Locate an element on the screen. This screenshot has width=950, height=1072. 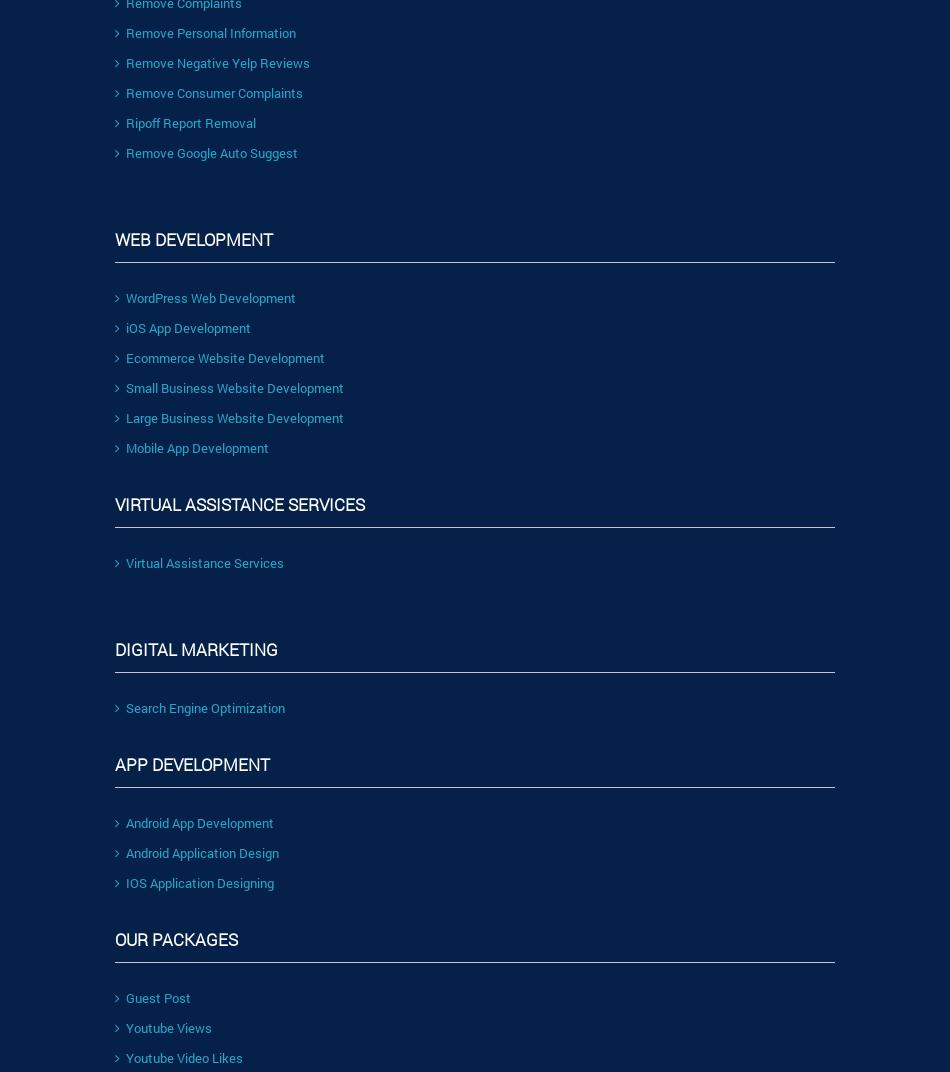
'Remove Personal Information' is located at coordinates (210, 31).